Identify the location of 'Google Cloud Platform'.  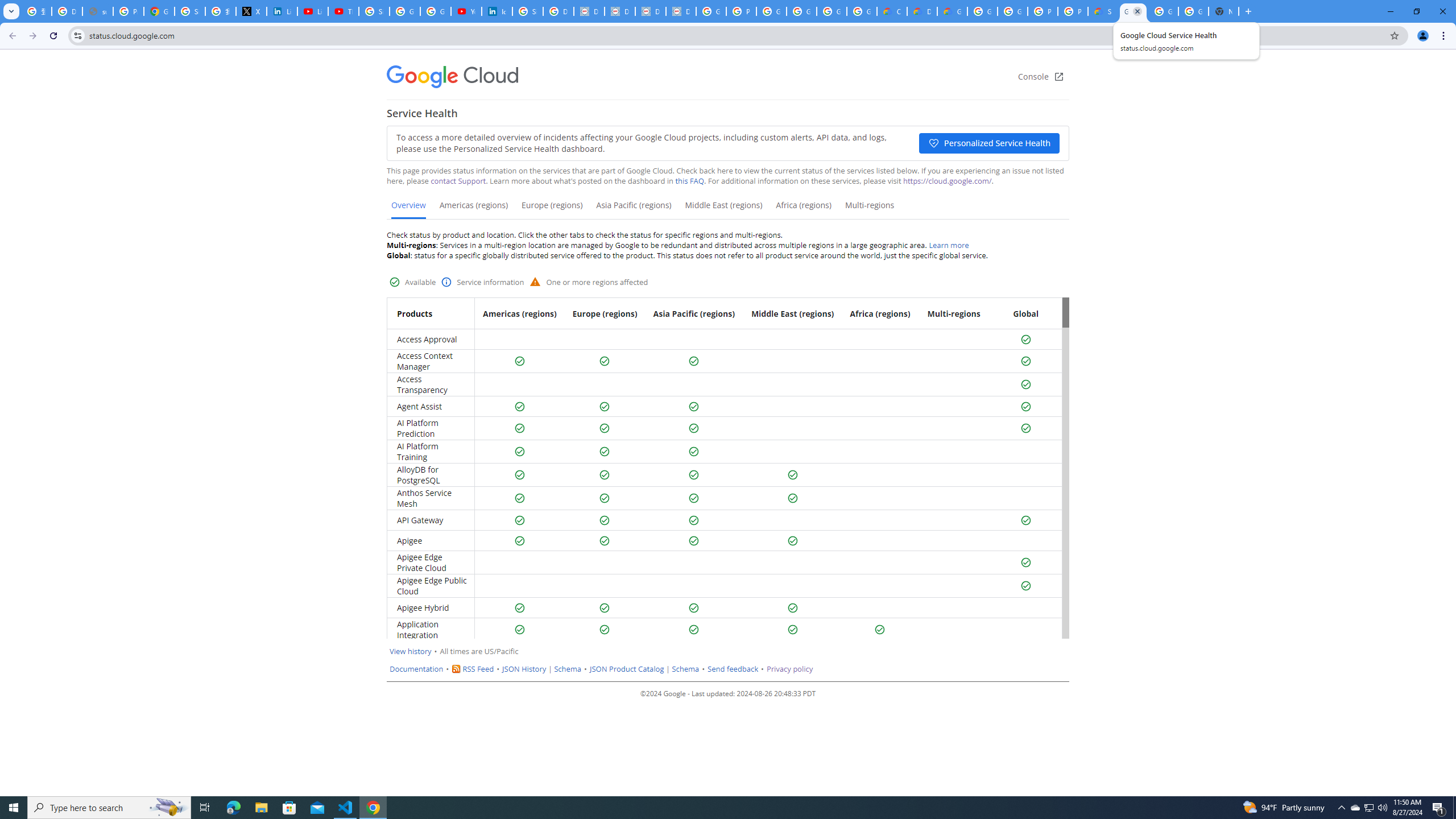
(1012, 11).